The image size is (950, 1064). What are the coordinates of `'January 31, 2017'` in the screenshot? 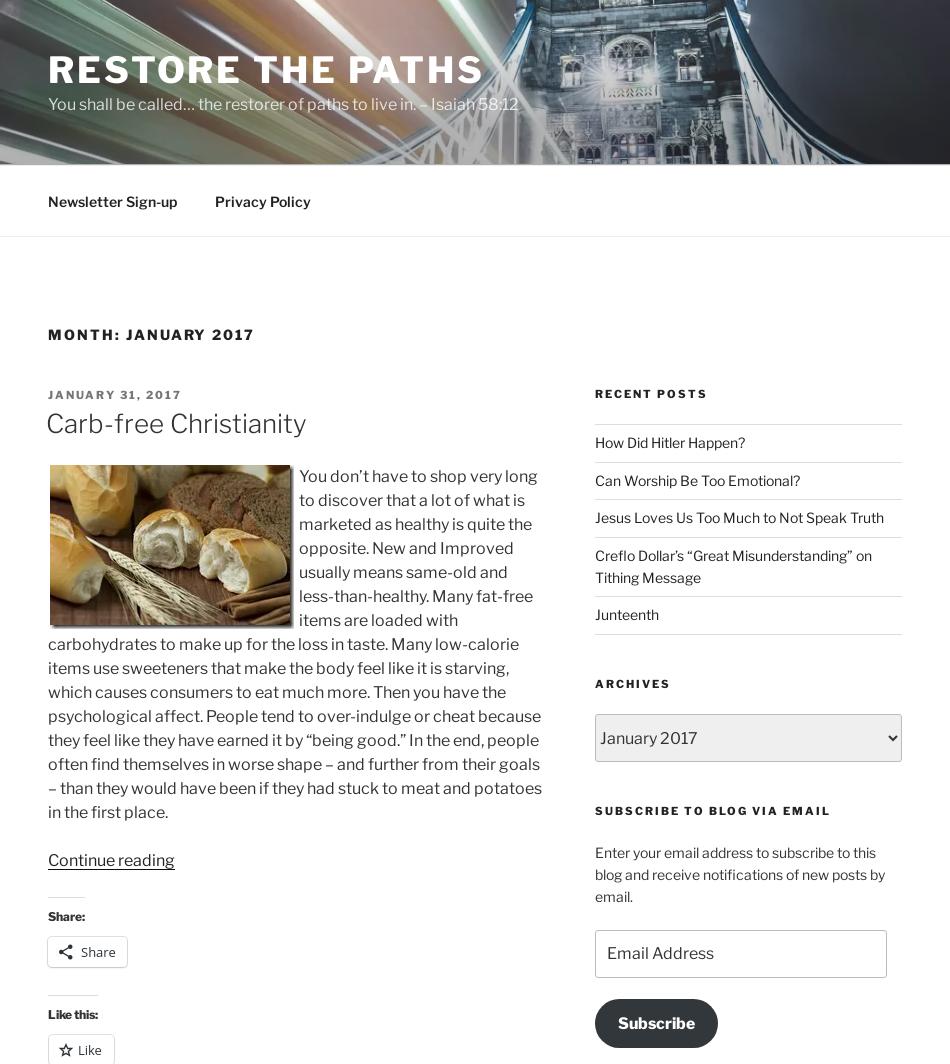 It's located at (115, 394).